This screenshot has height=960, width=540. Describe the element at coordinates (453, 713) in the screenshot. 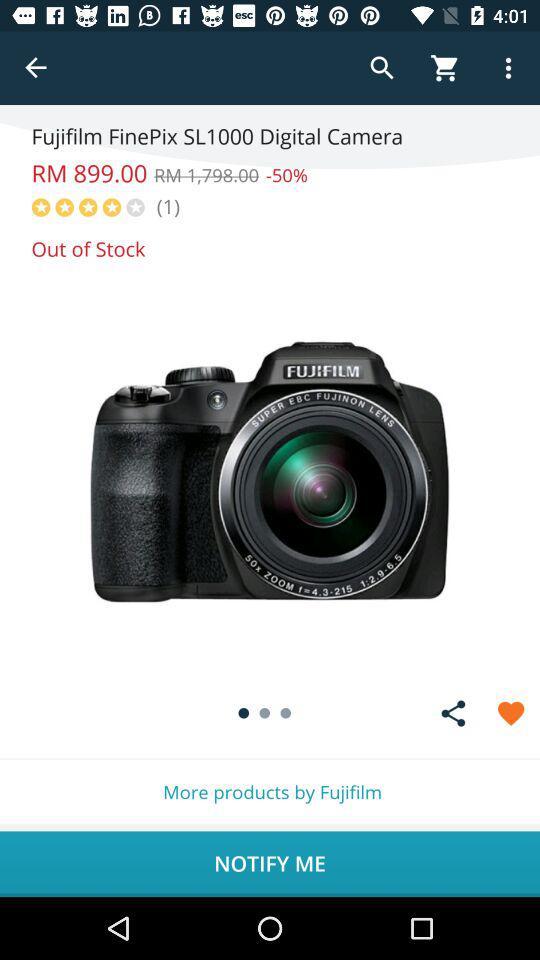

I see `the share icon` at that location.